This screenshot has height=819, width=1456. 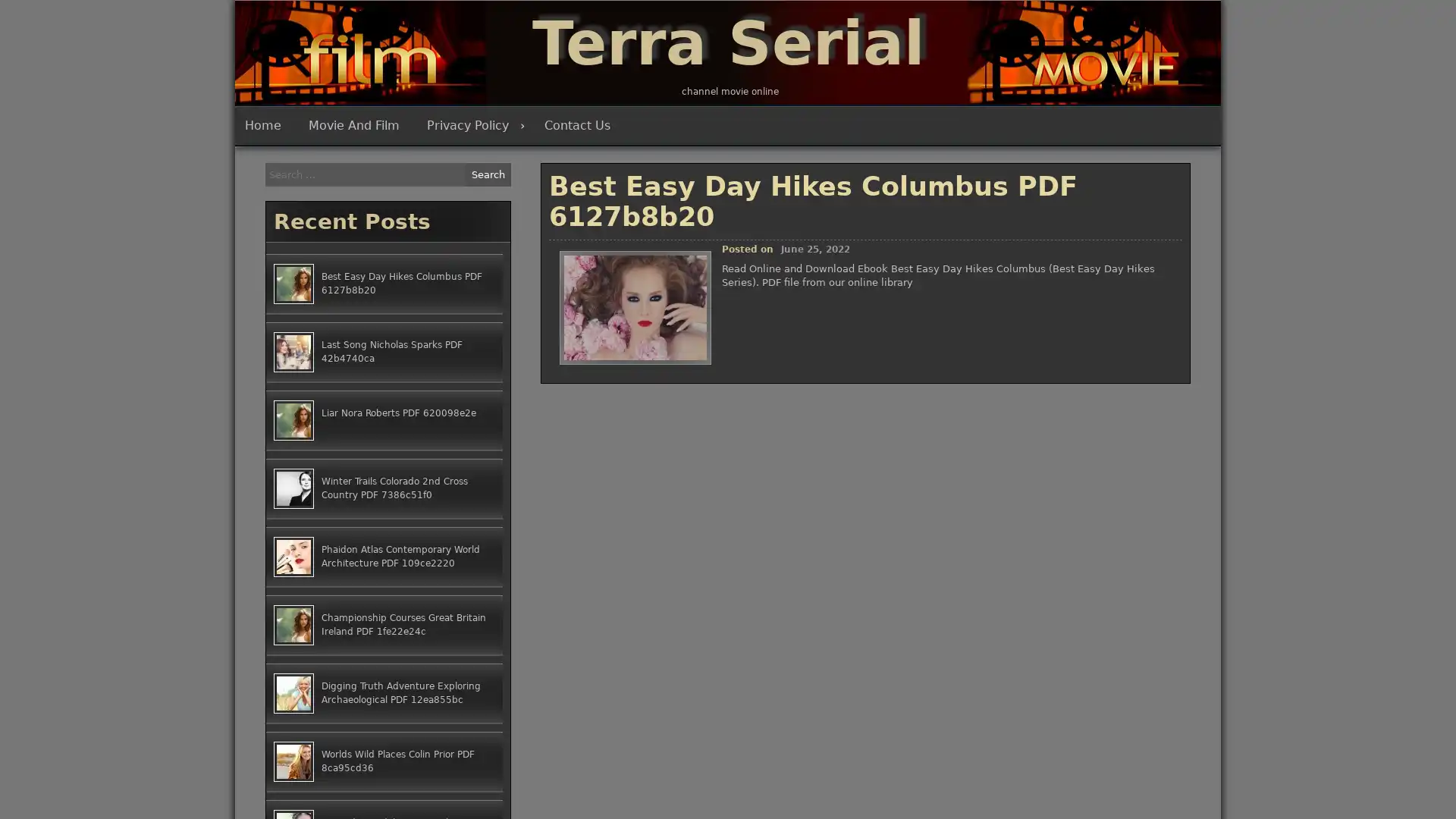 What do you see at coordinates (488, 174) in the screenshot?
I see `Search` at bounding box center [488, 174].